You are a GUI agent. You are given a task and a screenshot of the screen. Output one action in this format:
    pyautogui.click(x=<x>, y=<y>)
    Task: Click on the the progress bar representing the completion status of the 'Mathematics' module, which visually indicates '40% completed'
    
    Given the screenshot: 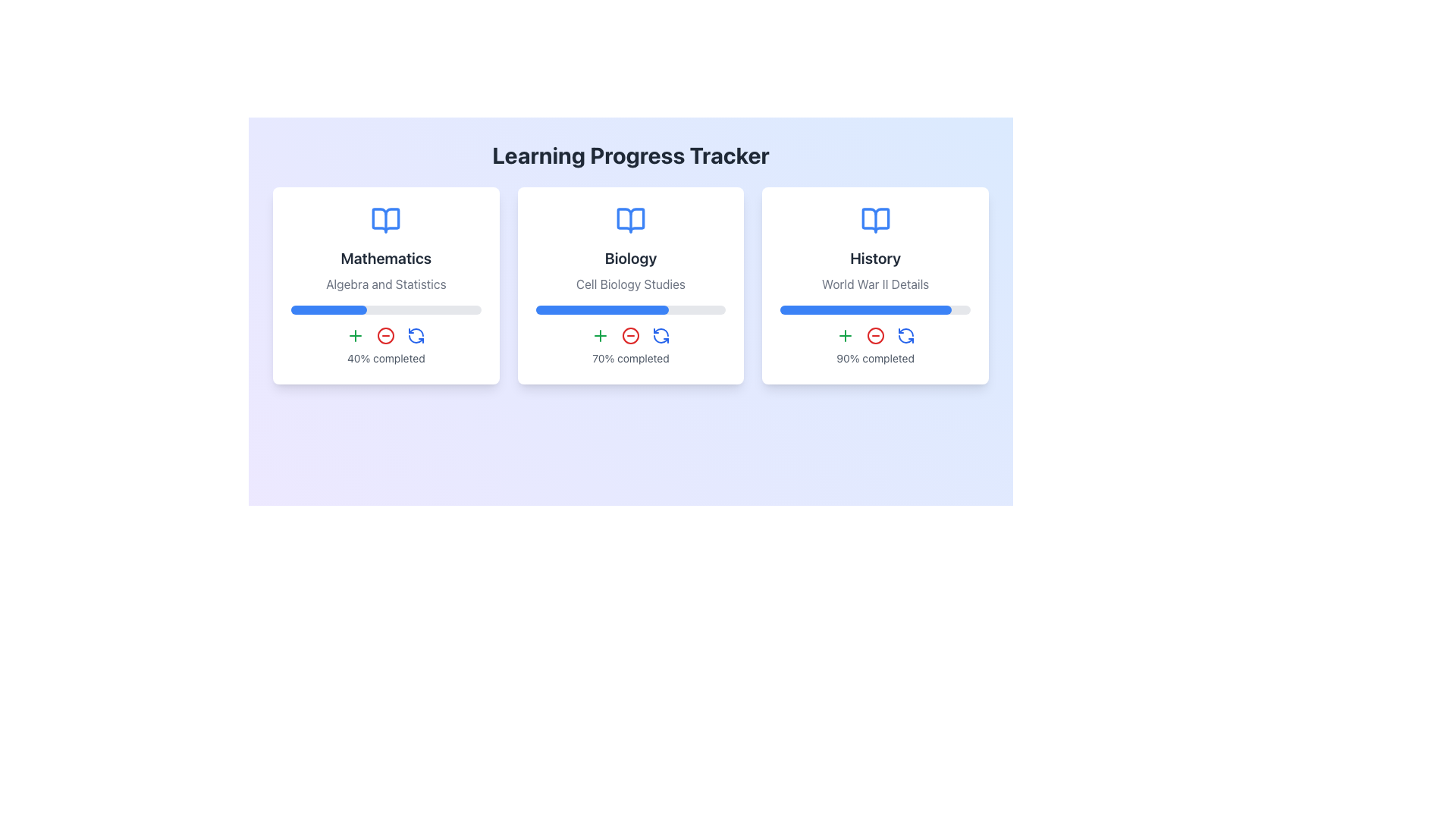 What is the action you would take?
    pyautogui.click(x=386, y=309)
    